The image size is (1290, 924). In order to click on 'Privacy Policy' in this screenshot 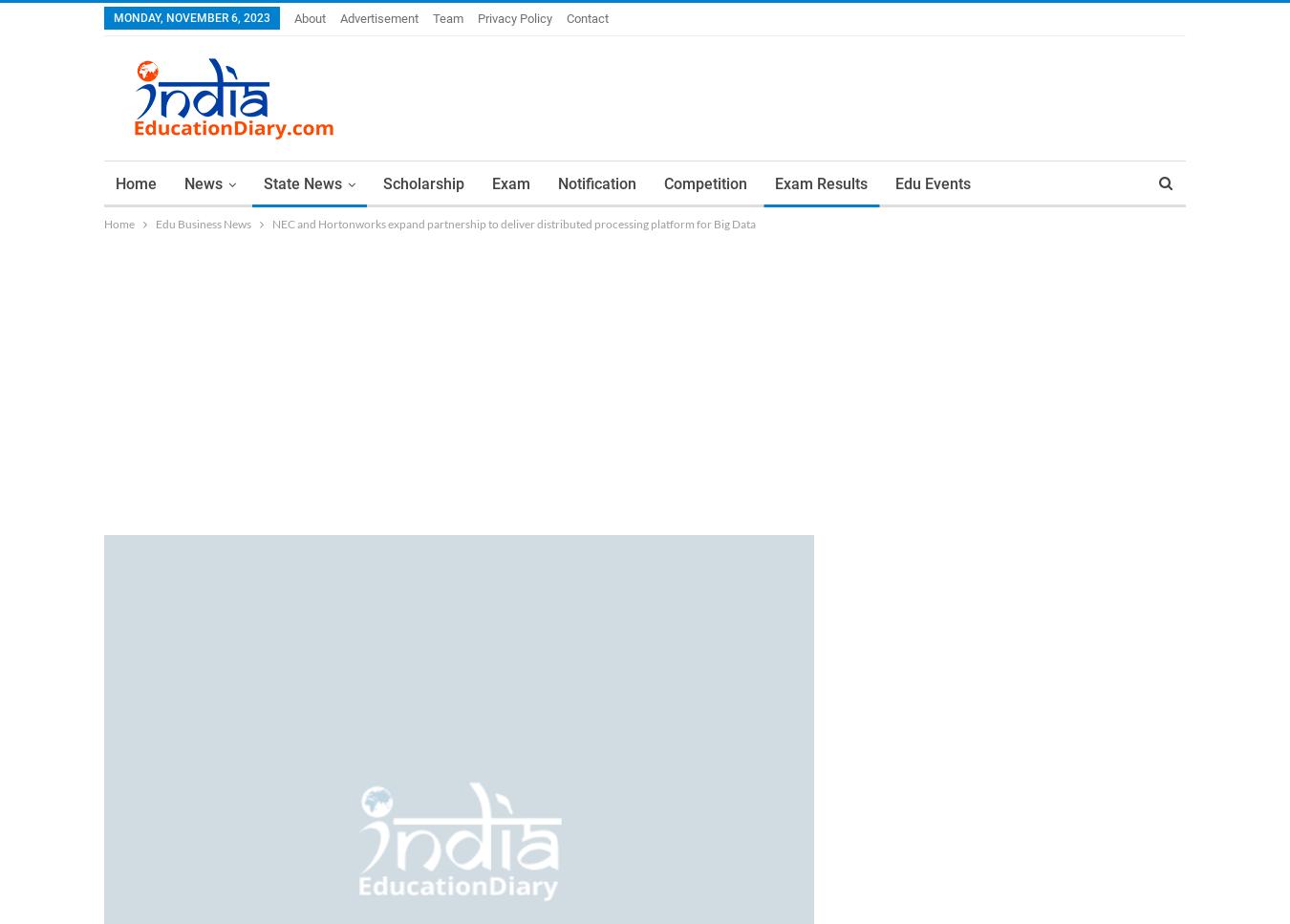, I will do `click(514, 18)`.